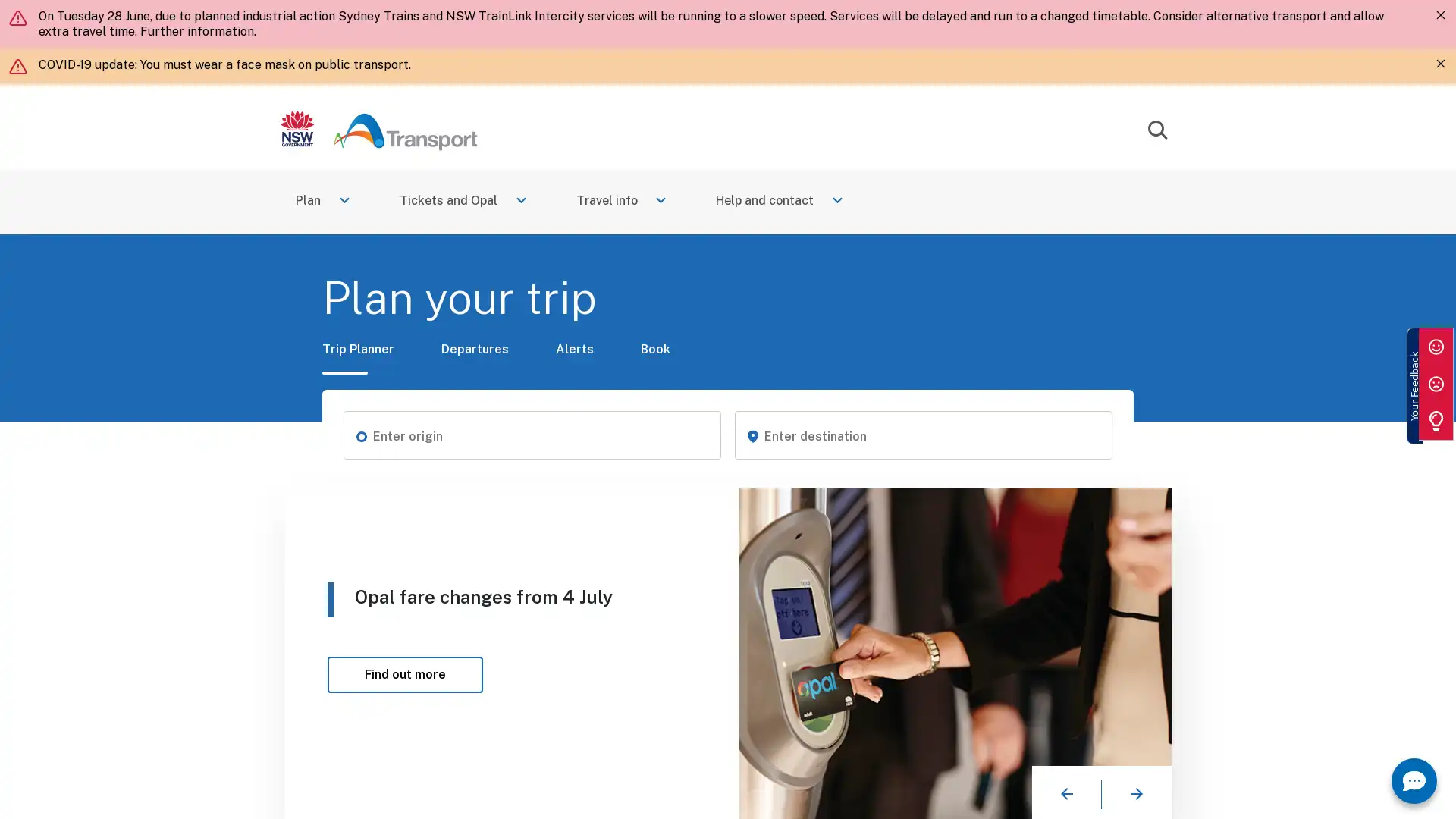 This screenshot has height=819, width=1456. Describe the element at coordinates (359, 435) in the screenshot. I see `search for stops` at that location.